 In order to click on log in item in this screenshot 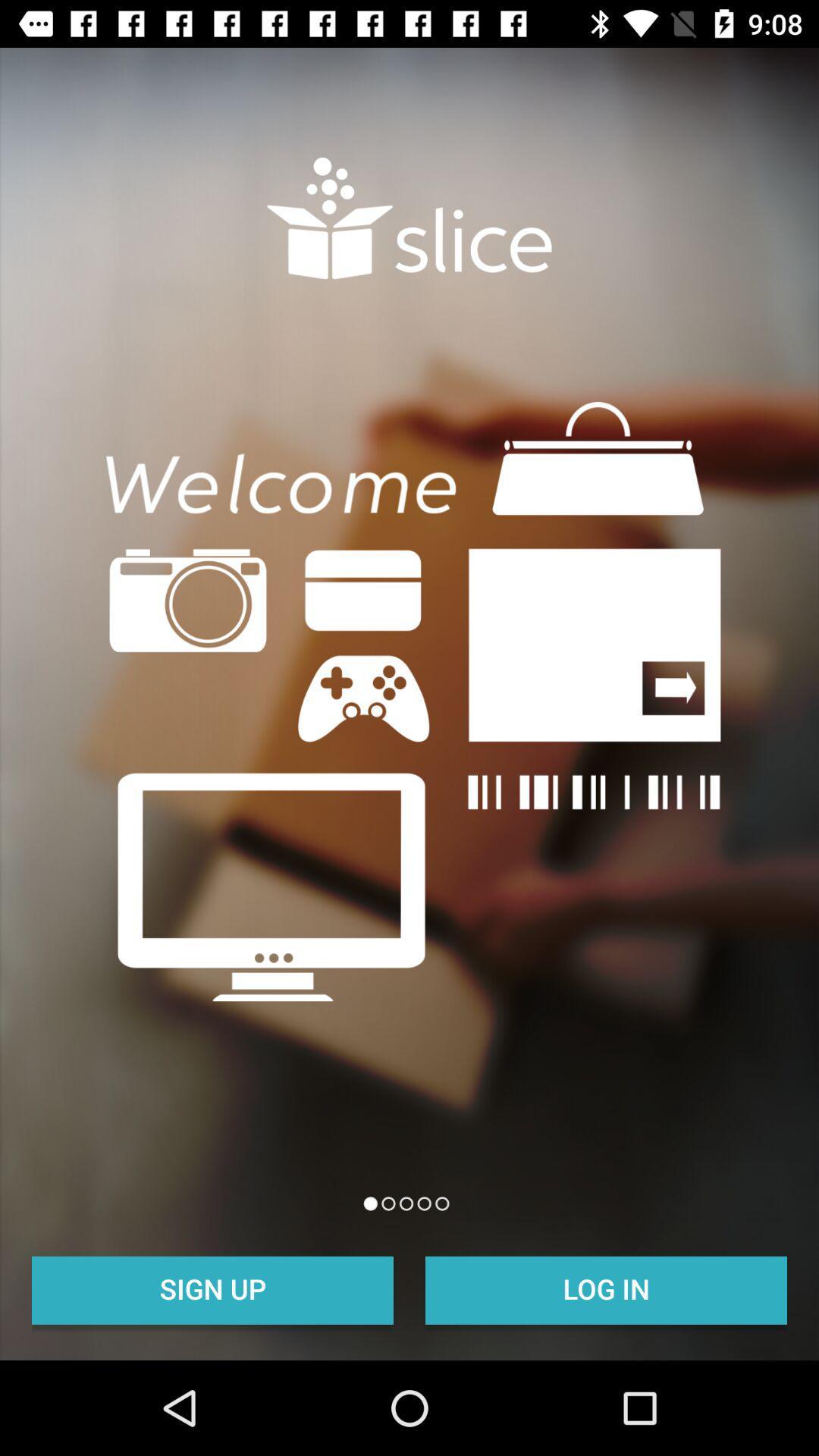, I will do `click(605, 1288)`.